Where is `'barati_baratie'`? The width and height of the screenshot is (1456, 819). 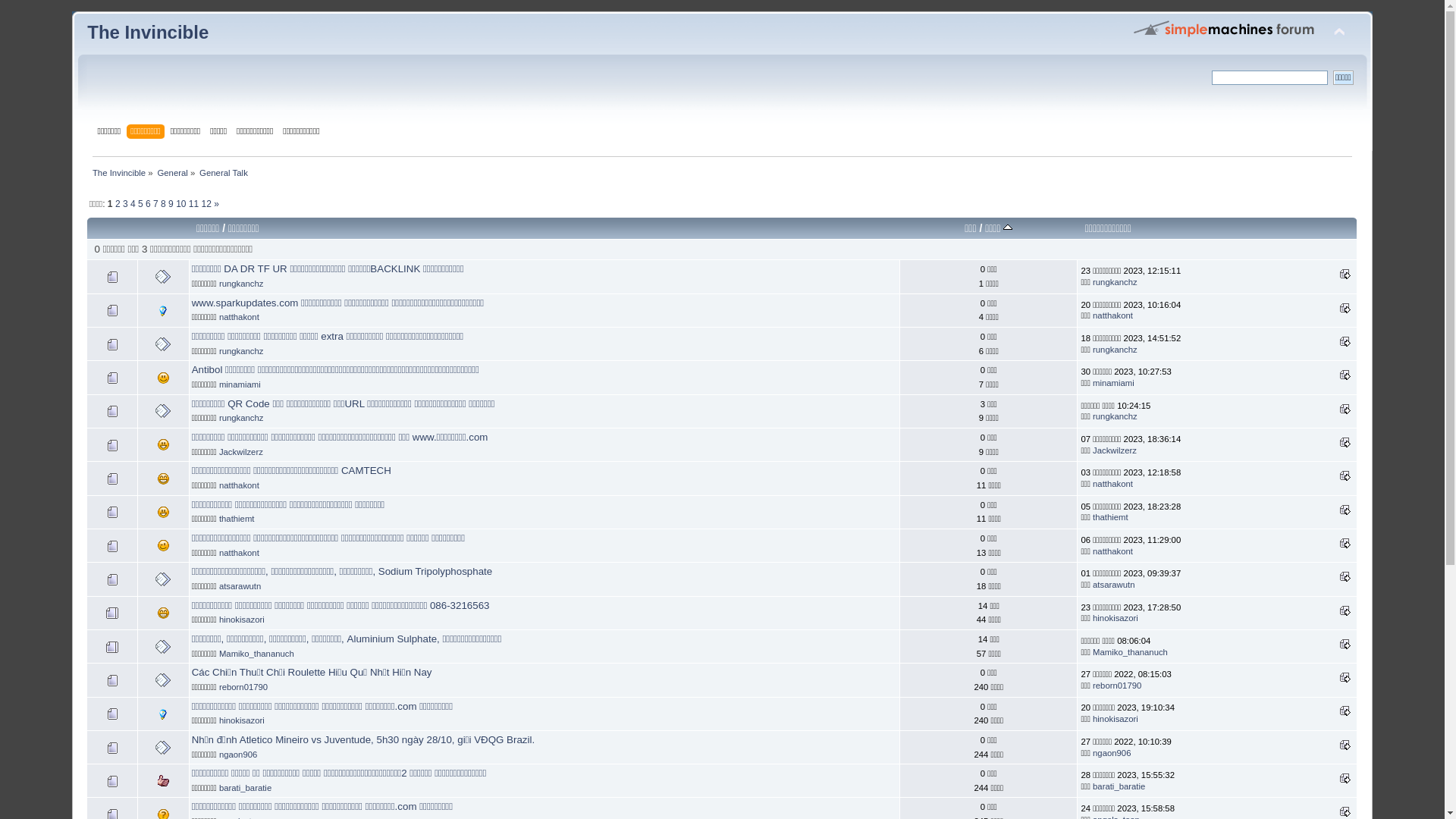
'barati_baratie' is located at coordinates (245, 786).